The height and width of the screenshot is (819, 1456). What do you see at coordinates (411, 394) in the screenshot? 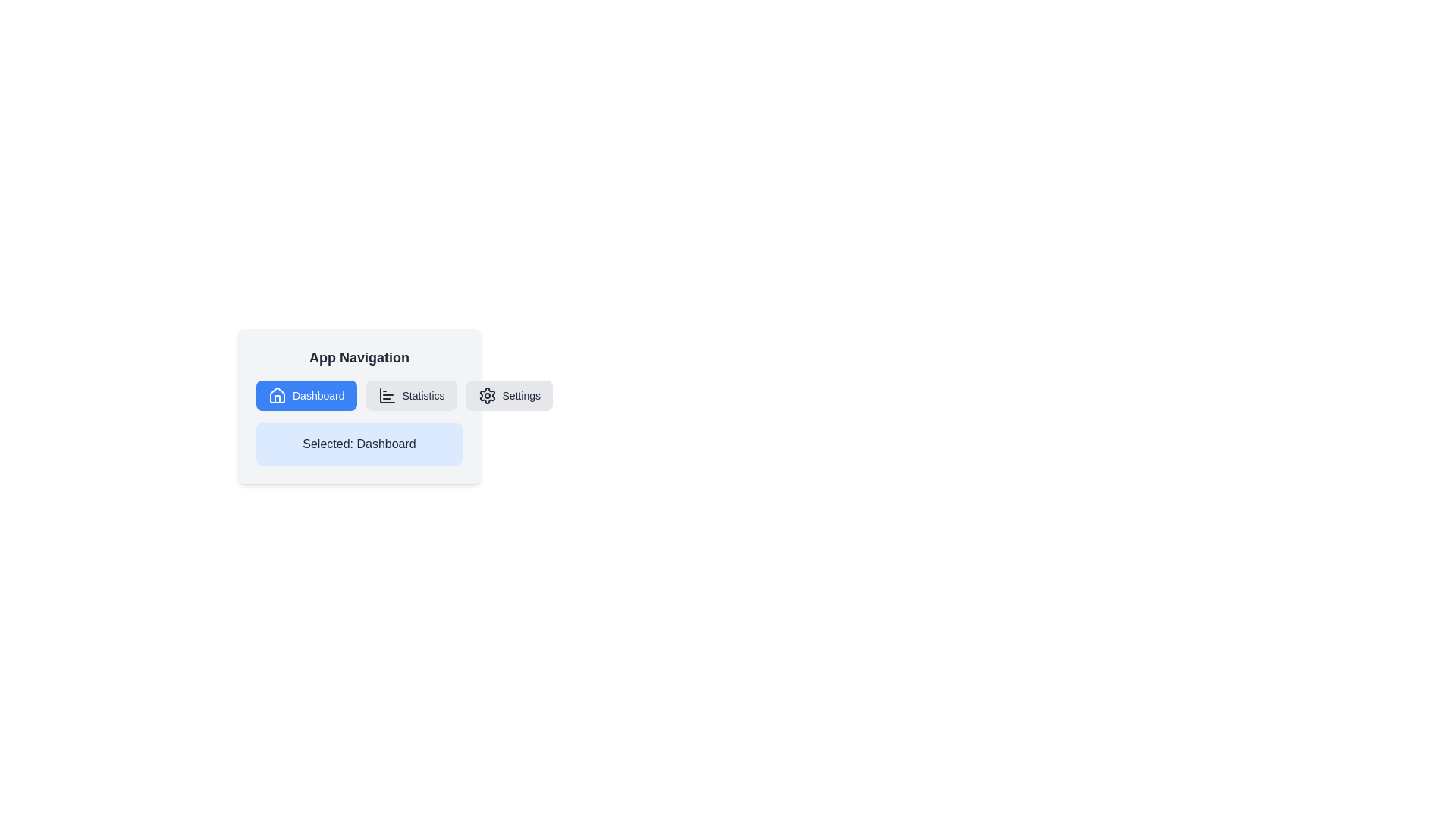
I see `the 'Statistics' button, which is the second button in the navigation row` at bounding box center [411, 394].